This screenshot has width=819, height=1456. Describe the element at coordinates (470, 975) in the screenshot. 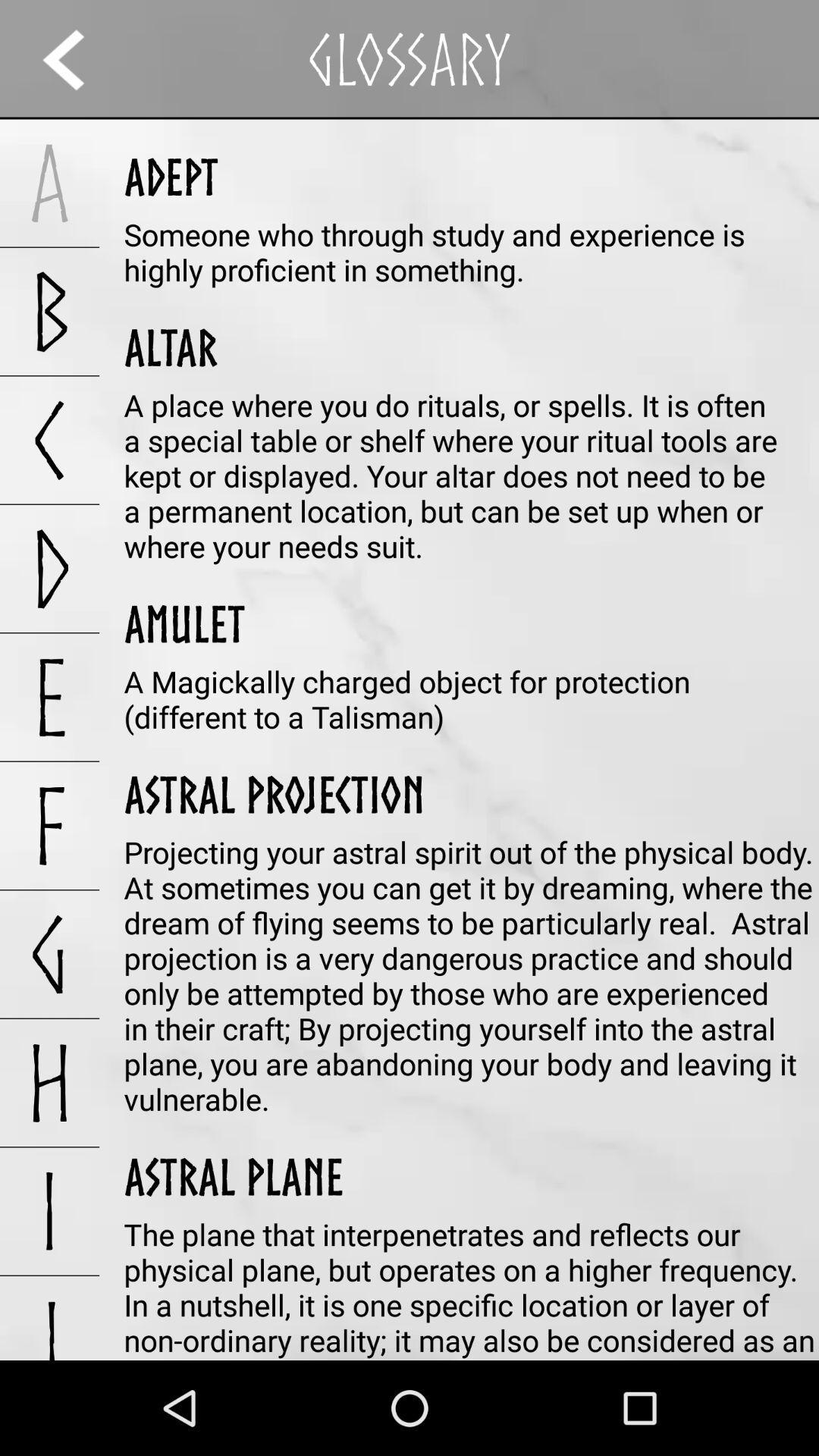

I see `the projecting your astral icon` at that location.